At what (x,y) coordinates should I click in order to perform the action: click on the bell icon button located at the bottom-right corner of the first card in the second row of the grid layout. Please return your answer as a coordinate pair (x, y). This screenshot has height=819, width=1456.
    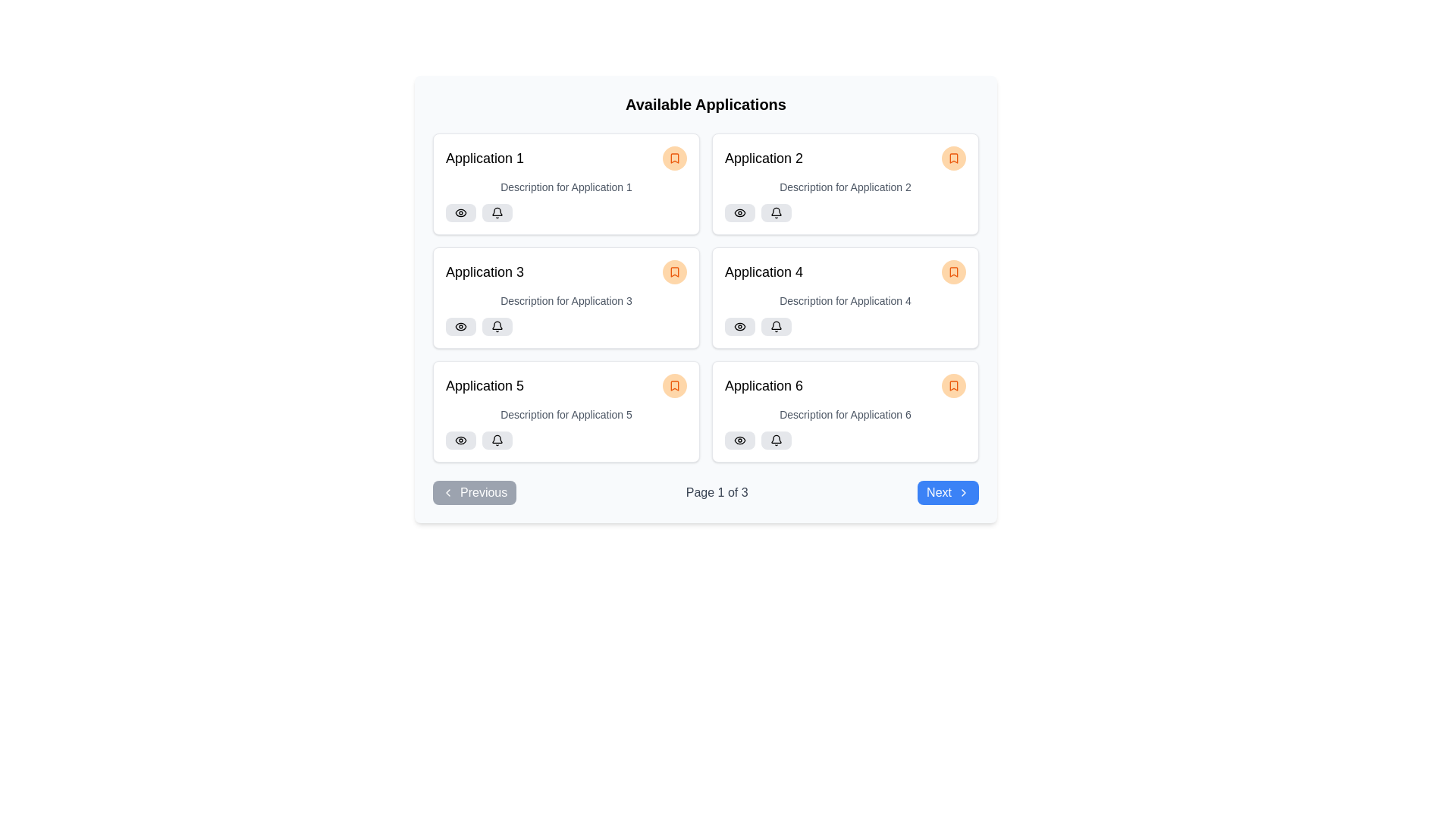
    Looking at the image, I should click on (776, 326).